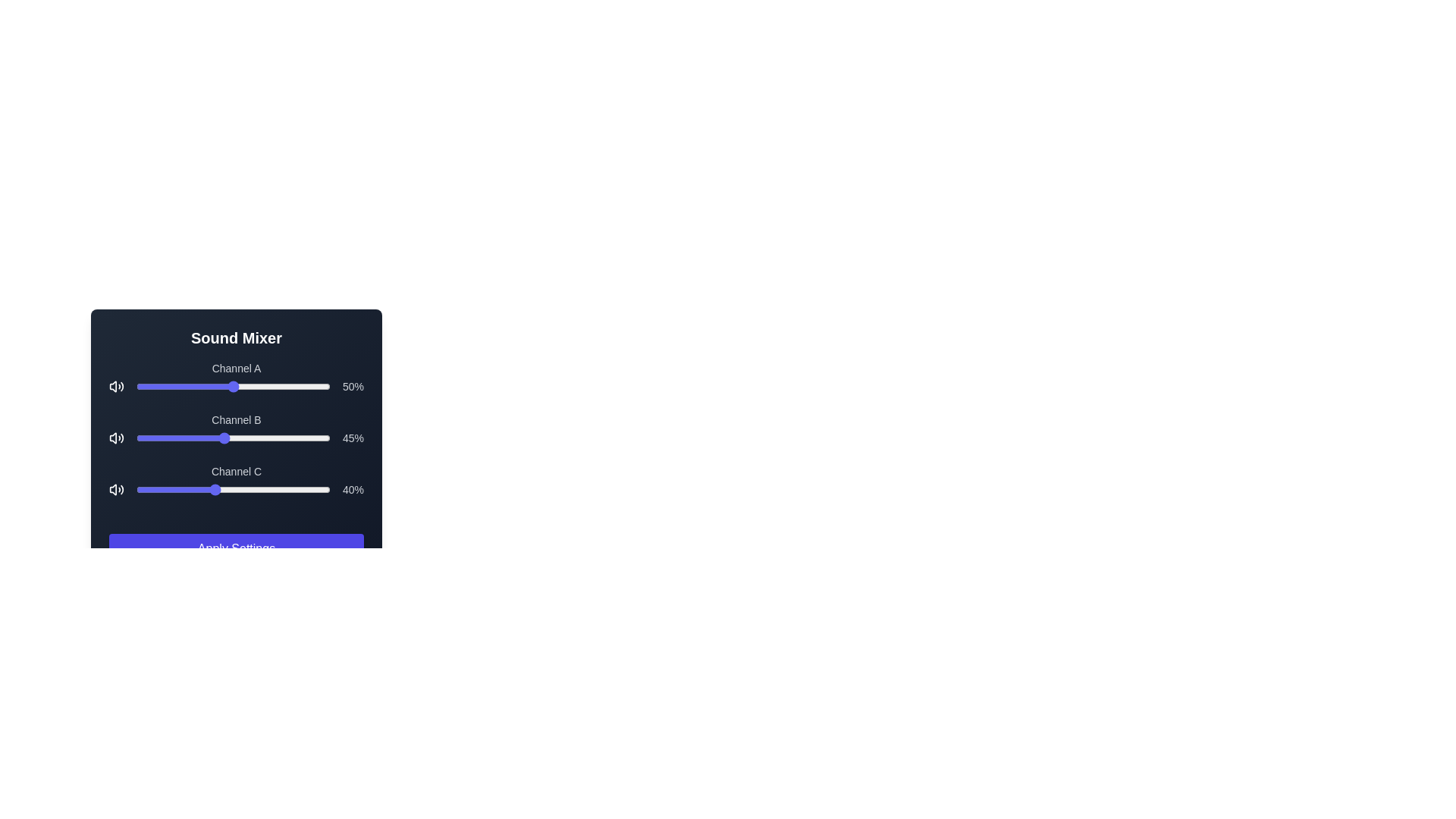 The height and width of the screenshot is (819, 1456). Describe the element at coordinates (259, 385) in the screenshot. I see `Channel A volume` at that location.